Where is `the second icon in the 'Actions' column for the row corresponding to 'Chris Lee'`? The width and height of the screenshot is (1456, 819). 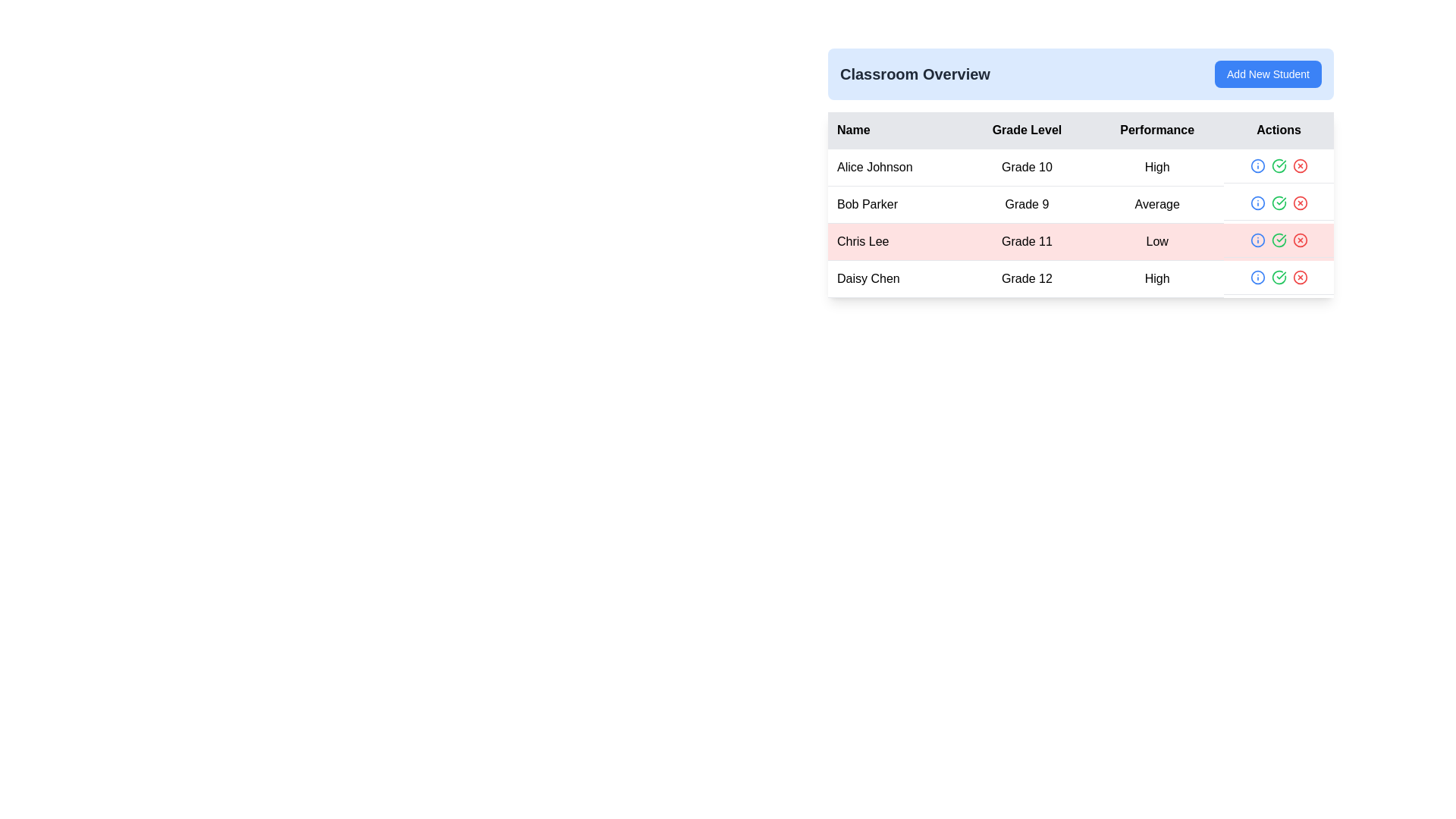
the second icon in the 'Actions' column for the row corresponding to 'Chris Lee' is located at coordinates (1278, 239).